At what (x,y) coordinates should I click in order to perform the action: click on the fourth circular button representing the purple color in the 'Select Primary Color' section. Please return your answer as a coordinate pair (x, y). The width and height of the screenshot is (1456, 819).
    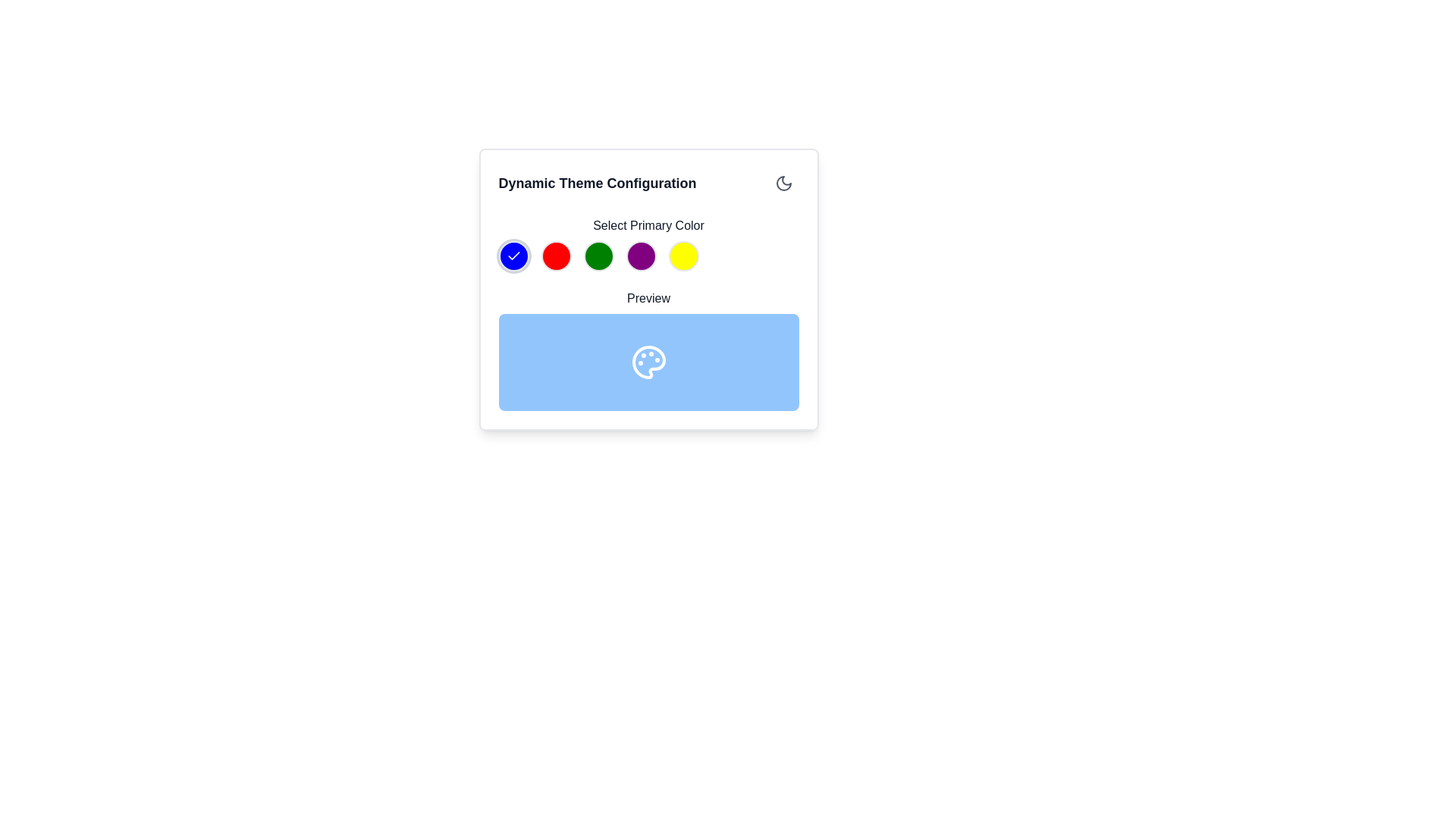
    Looking at the image, I should click on (648, 256).